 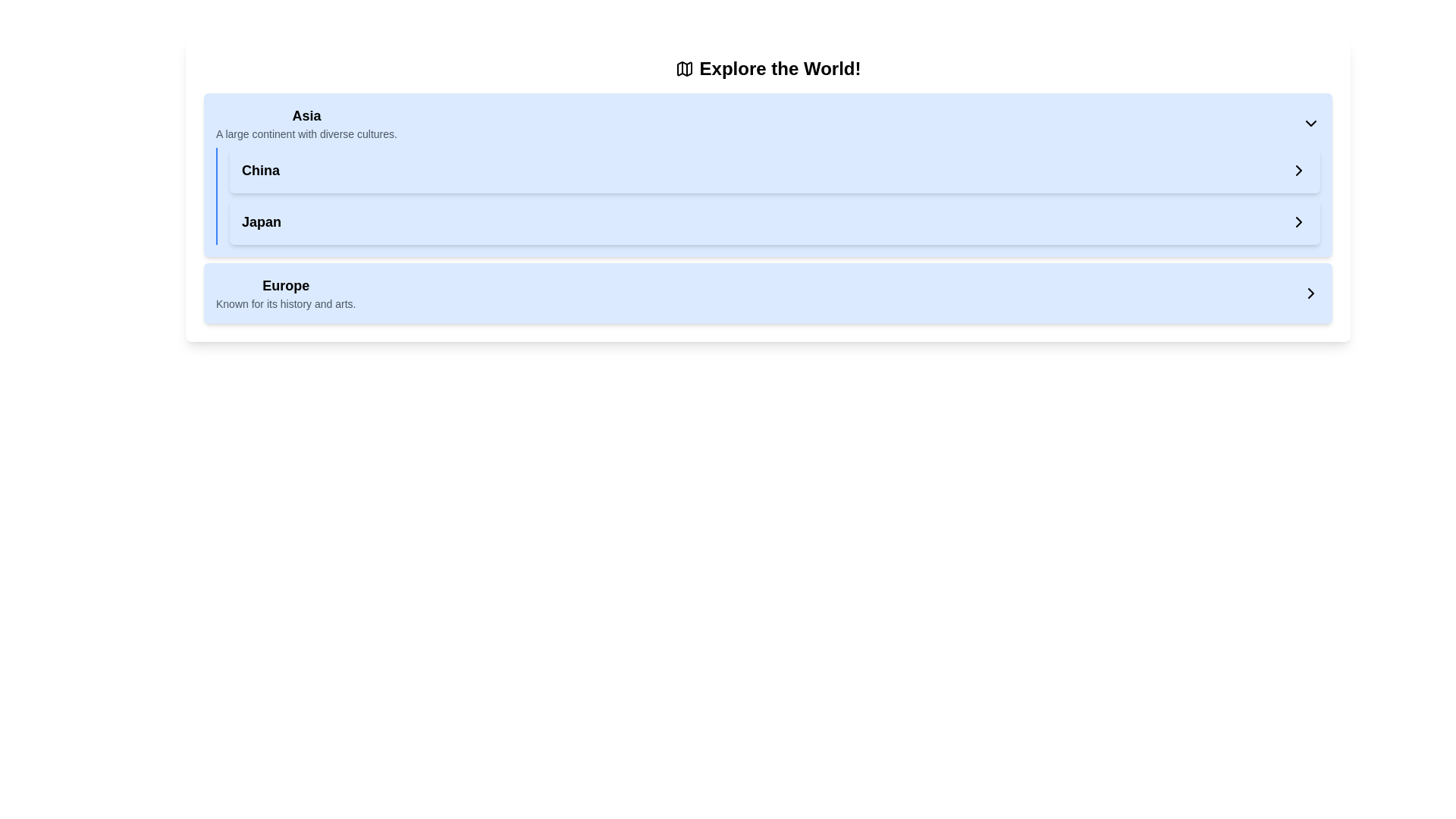 What do you see at coordinates (767, 293) in the screenshot?
I see `the clickable list item labeled 'Europe', which is the fourth item in the vertically-stacked list of regions, located below 'Asia', 'China', and 'Japan'` at bounding box center [767, 293].